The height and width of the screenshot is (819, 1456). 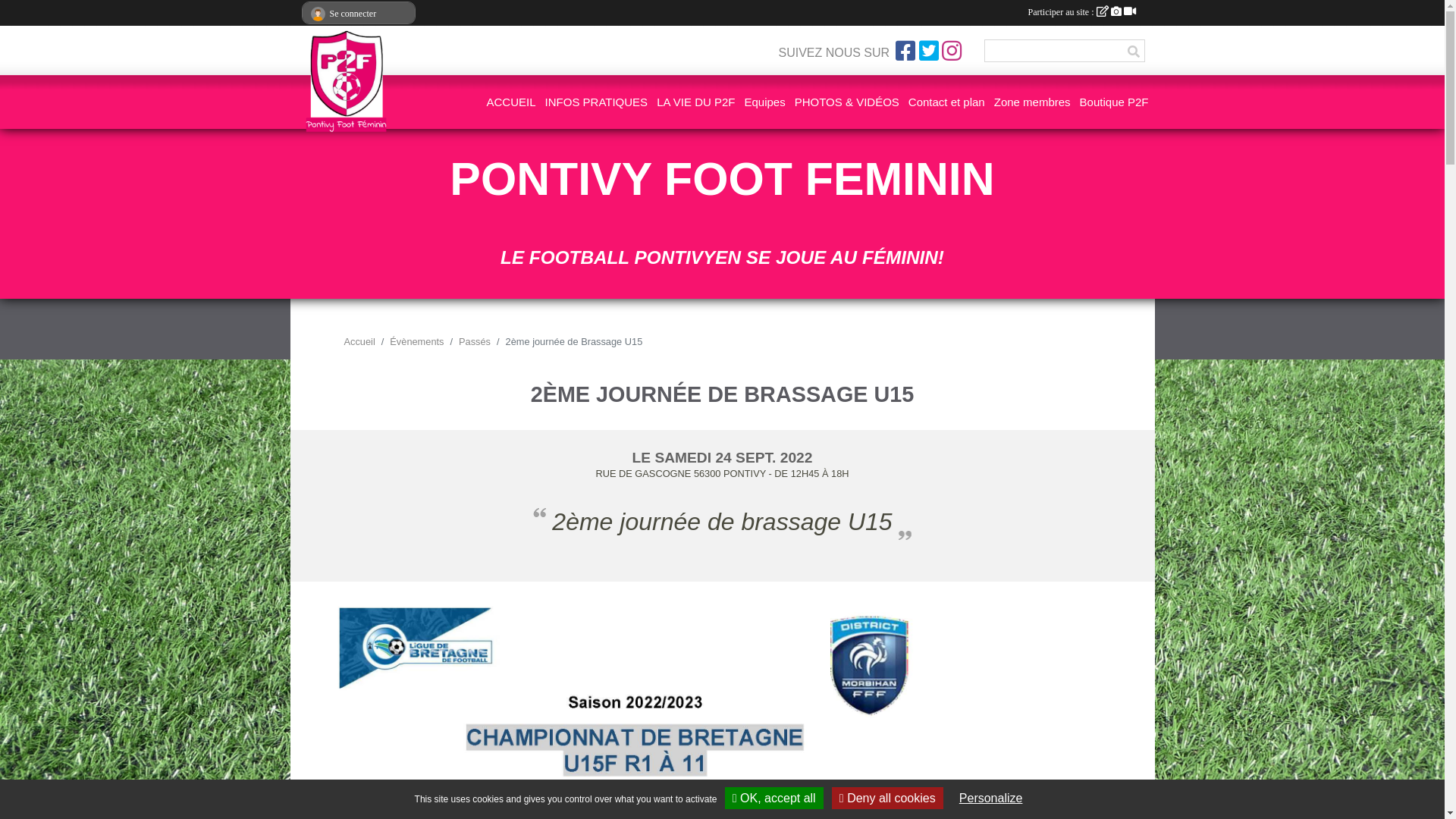 What do you see at coordinates (302, 14) in the screenshot?
I see `'Se connecter'` at bounding box center [302, 14].